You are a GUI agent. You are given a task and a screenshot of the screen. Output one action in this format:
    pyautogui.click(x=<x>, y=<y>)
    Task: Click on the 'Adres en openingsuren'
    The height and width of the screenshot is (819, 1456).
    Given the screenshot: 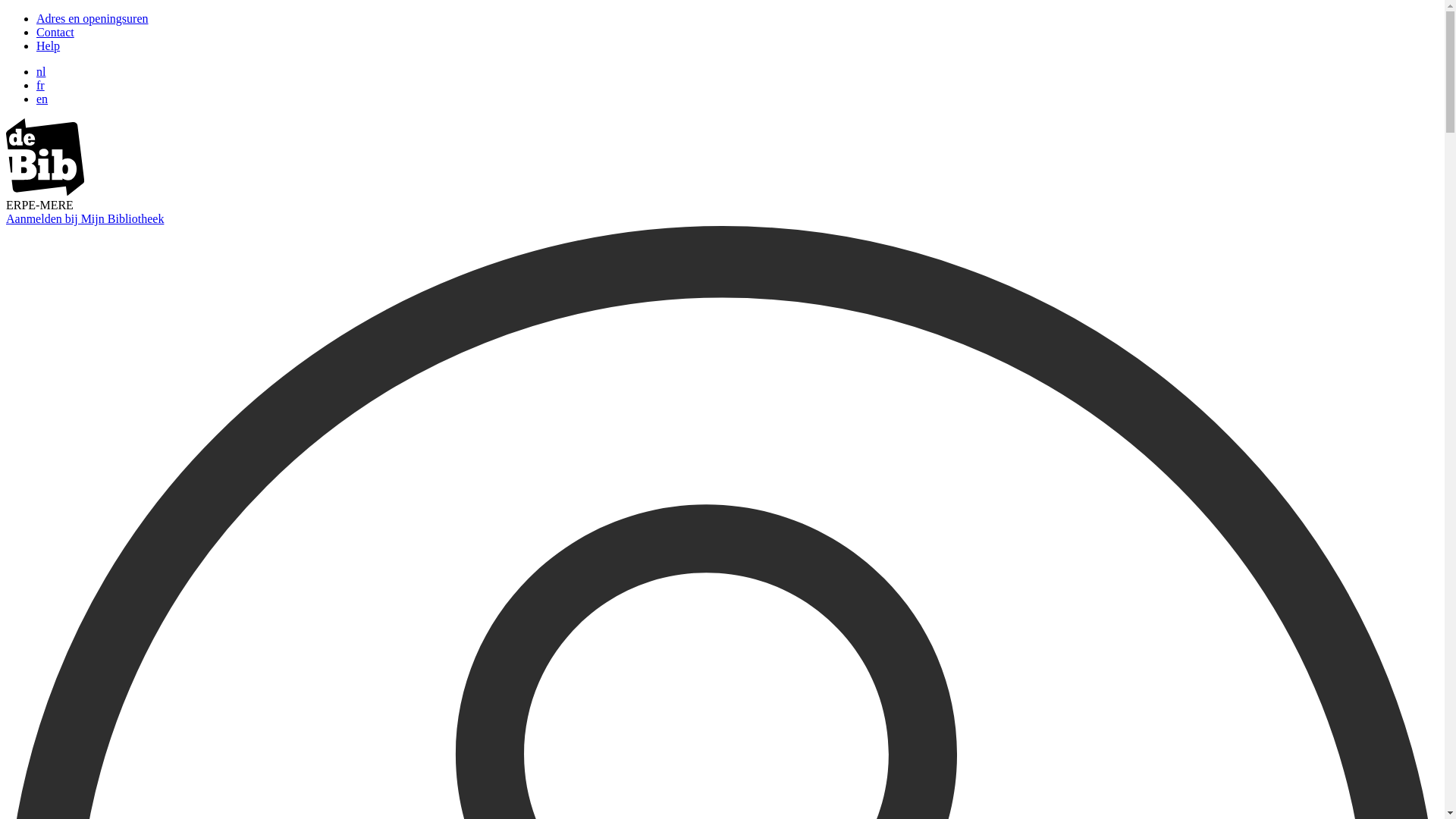 What is the action you would take?
    pyautogui.click(x=91, y=18)
    